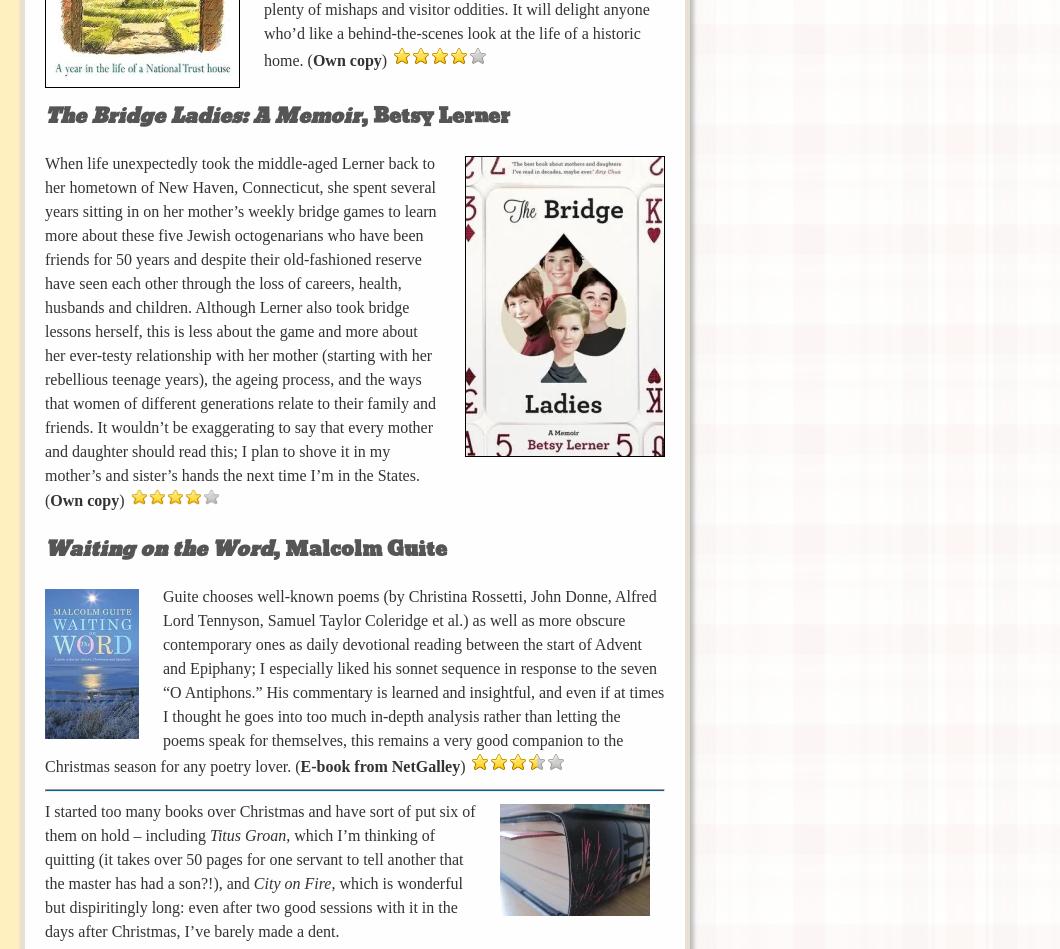 This screenshot has width=1060, height=949. Describe the element at coordinates (158, 546) in the screenshot. I see `'Waiting on the Word'` at that location.